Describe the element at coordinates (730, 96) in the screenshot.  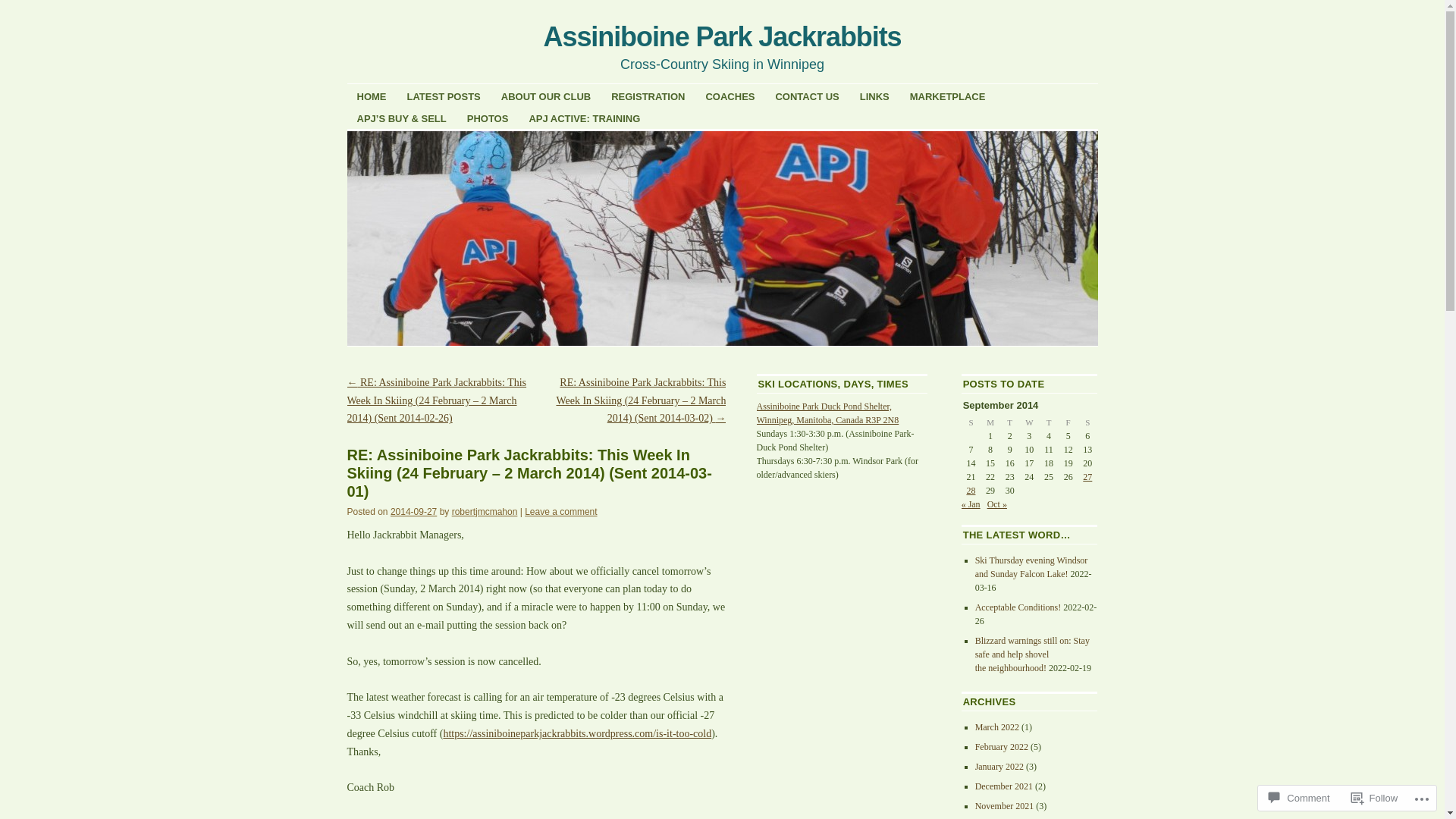
I see `'COACHES'` at that location.